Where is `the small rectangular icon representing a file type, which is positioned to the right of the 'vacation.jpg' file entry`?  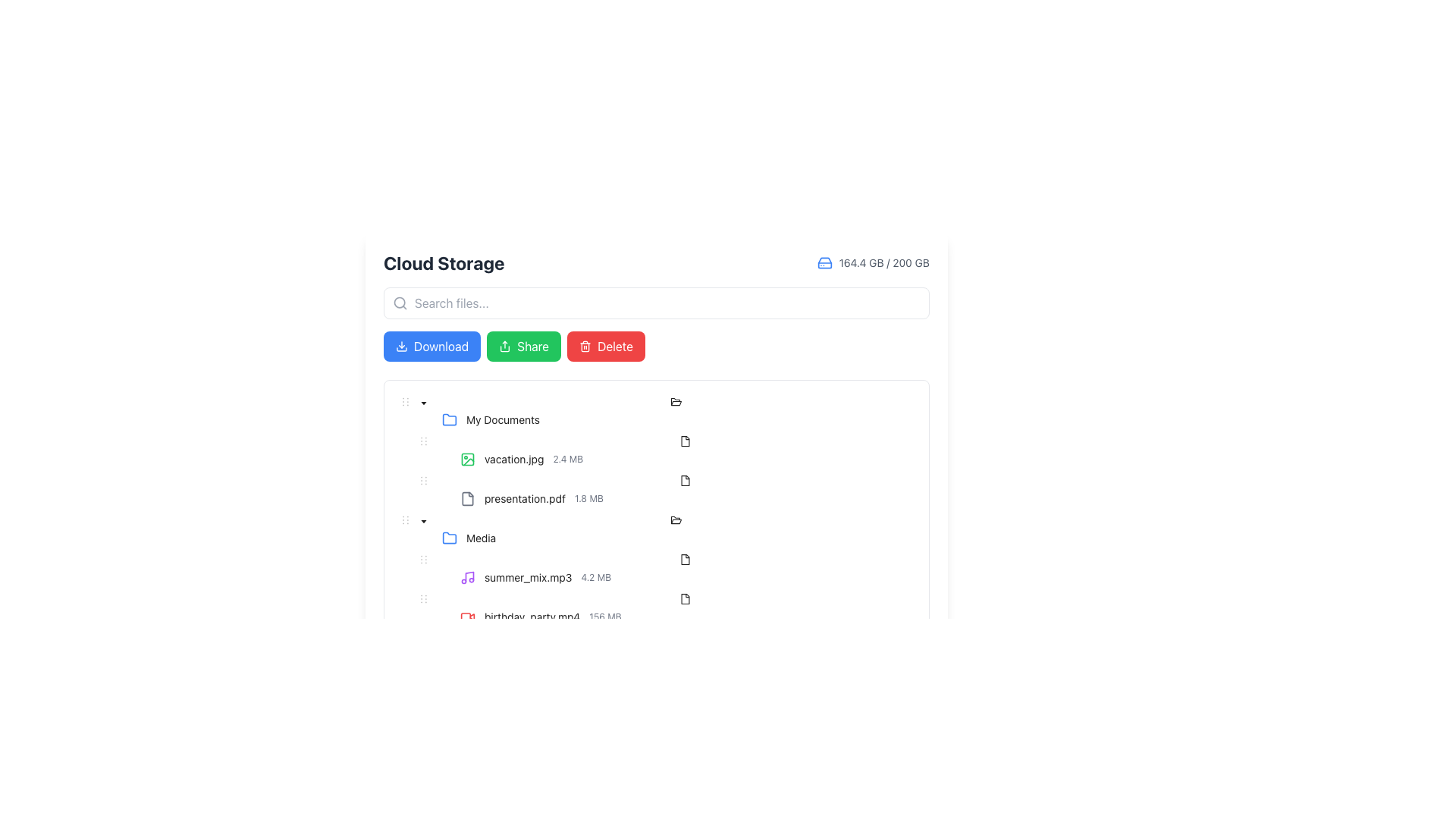
the small rectangular icon representing a file type, which is positioned to the right of the 'vacation.jpg' file entry is located at coordinates (684, 441).